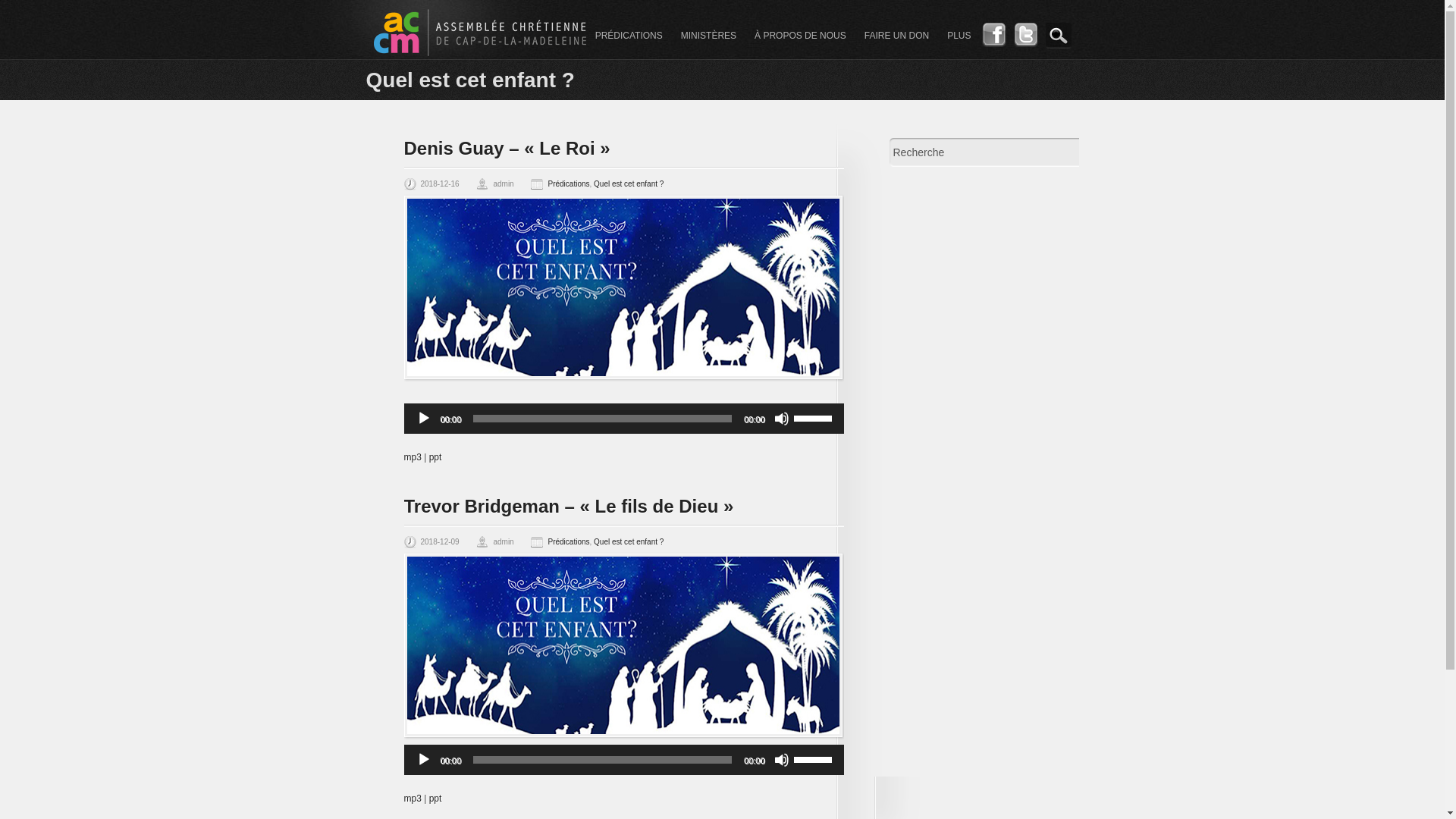 The image size is (1456, 819). I want to click on 'ppt', so click(435, 798).